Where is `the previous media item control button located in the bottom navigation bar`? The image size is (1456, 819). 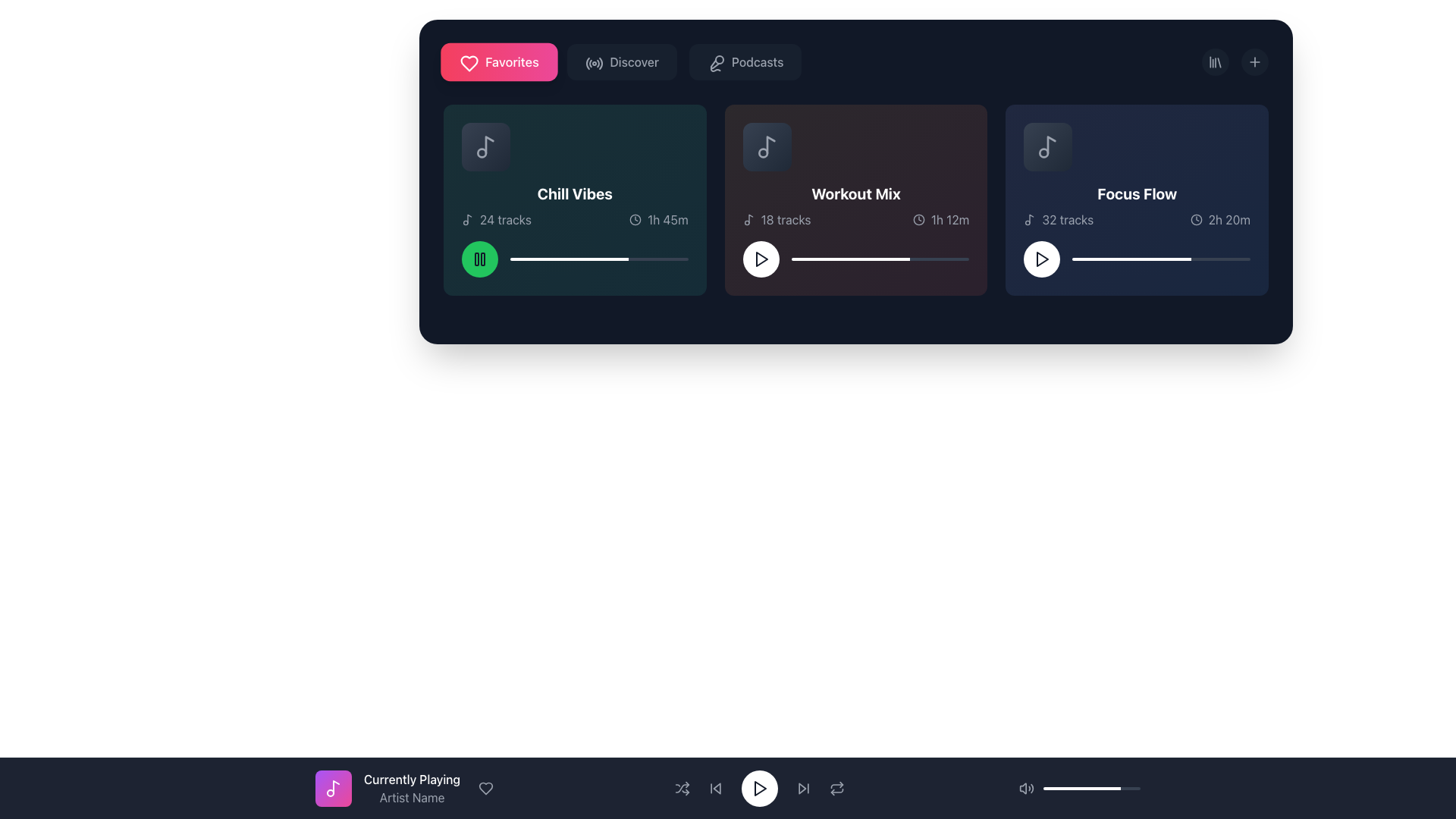
the previous media item control button located in the bottom navigation bar is located at coordinates (716, 788).